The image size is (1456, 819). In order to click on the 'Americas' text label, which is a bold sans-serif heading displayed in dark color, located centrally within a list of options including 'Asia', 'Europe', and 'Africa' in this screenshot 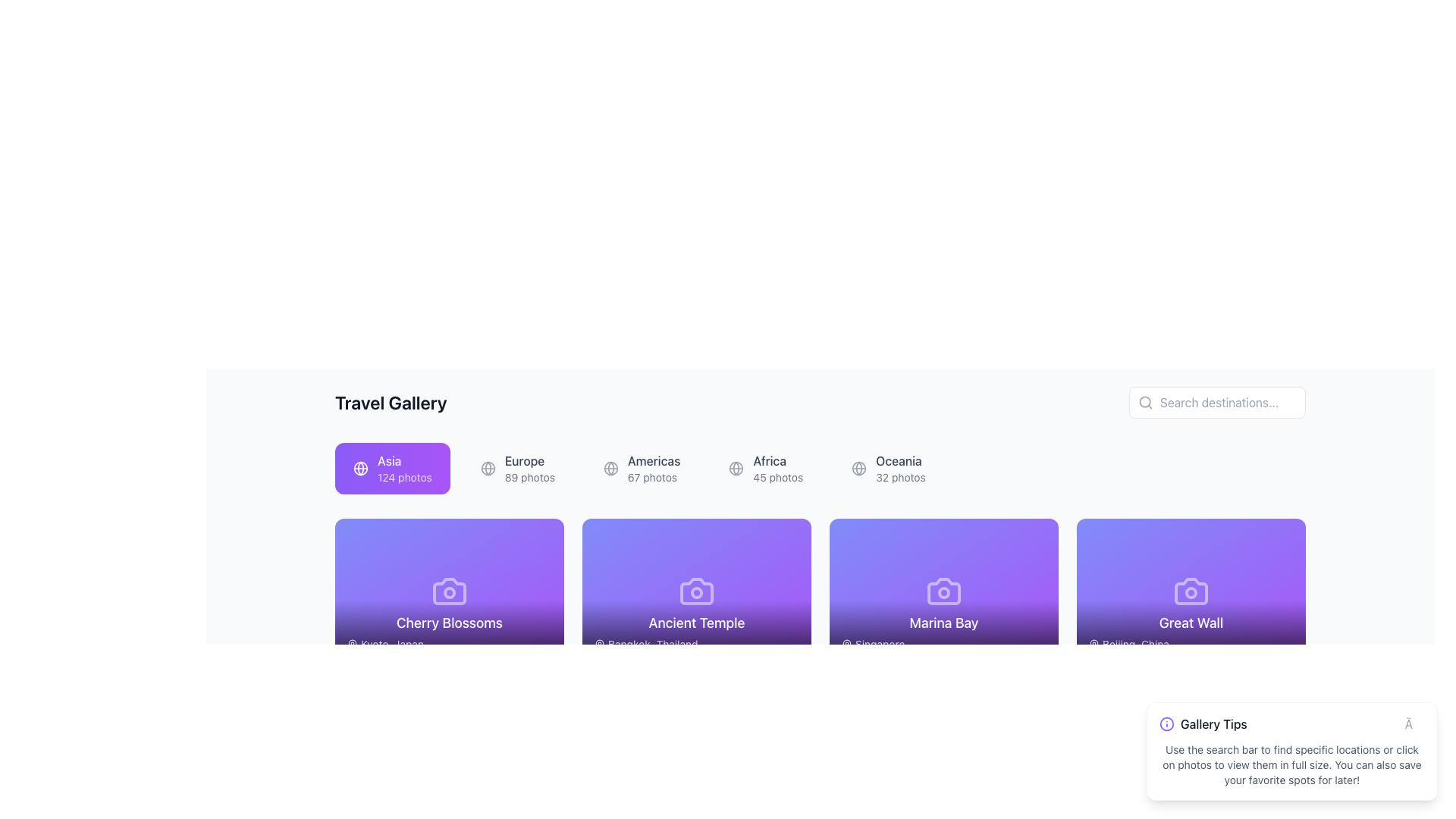, I will do `click(654, 460)`.